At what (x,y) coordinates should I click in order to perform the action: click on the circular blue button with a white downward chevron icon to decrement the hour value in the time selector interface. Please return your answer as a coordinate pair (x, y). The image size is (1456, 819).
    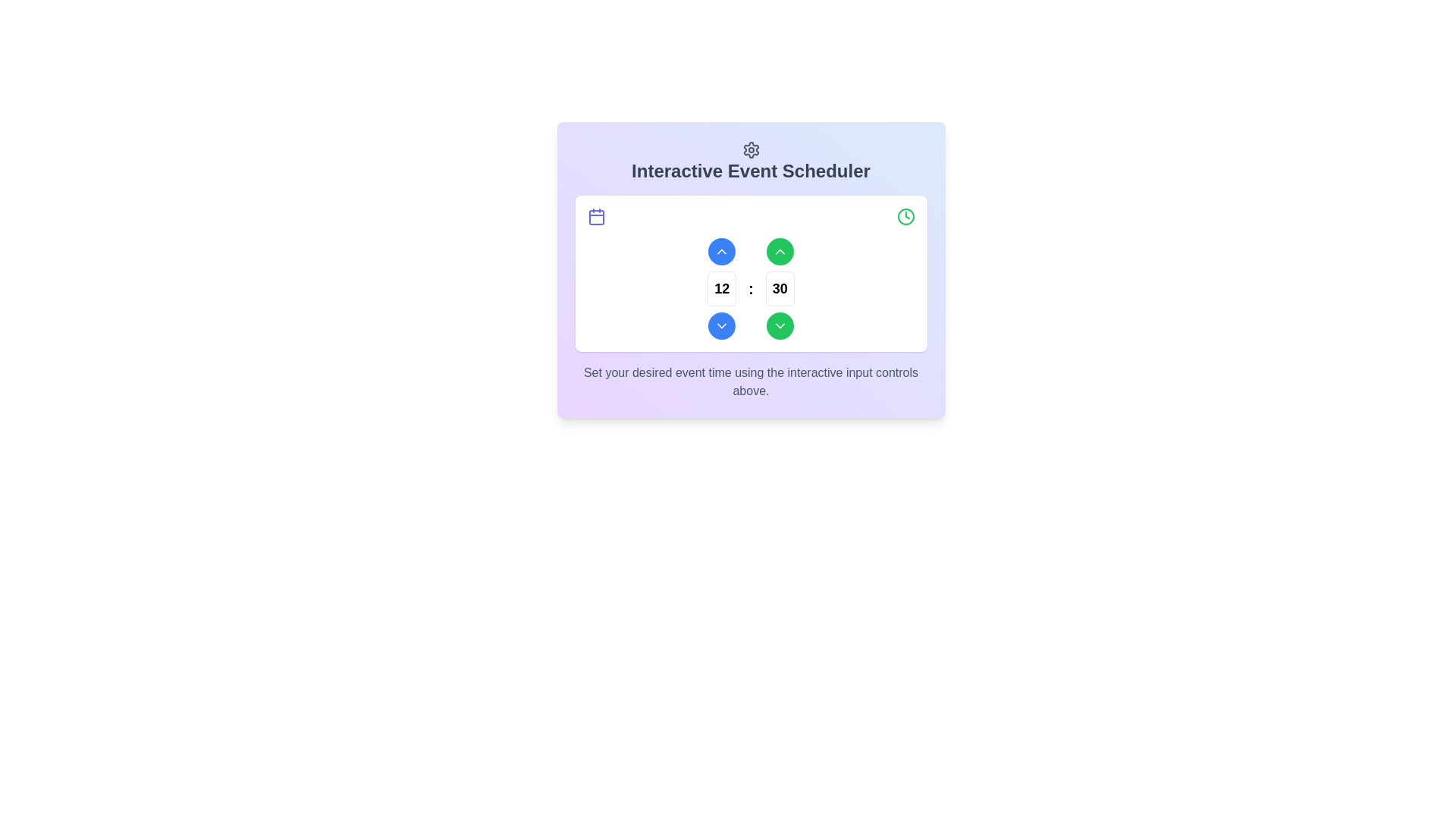
    Looking at the image, I should click on (721, 325).